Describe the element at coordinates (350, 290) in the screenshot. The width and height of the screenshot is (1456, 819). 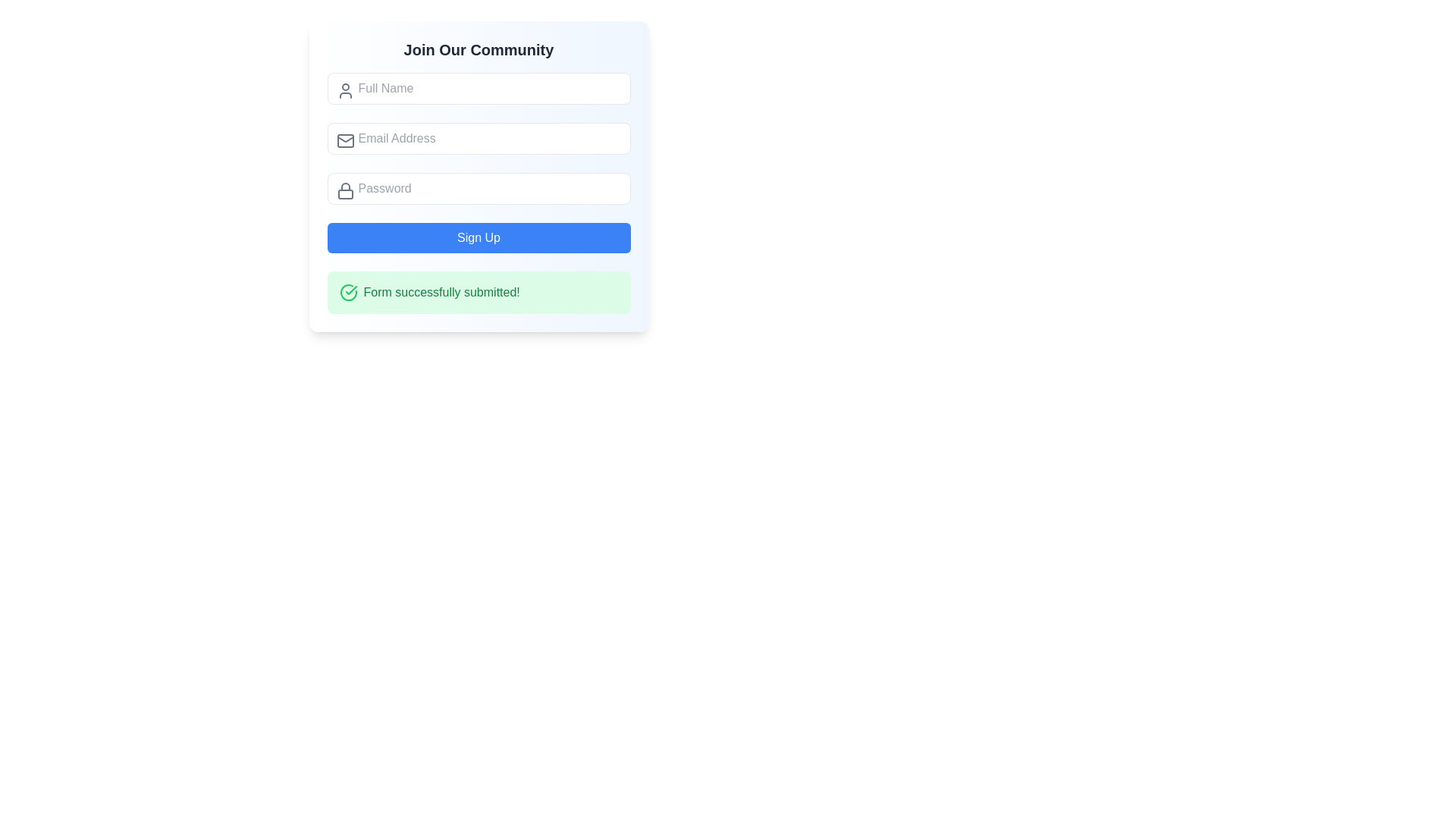
I see `the green checkmark icon within the confirmation message that indicates the form has been successfully submitted` at that location.